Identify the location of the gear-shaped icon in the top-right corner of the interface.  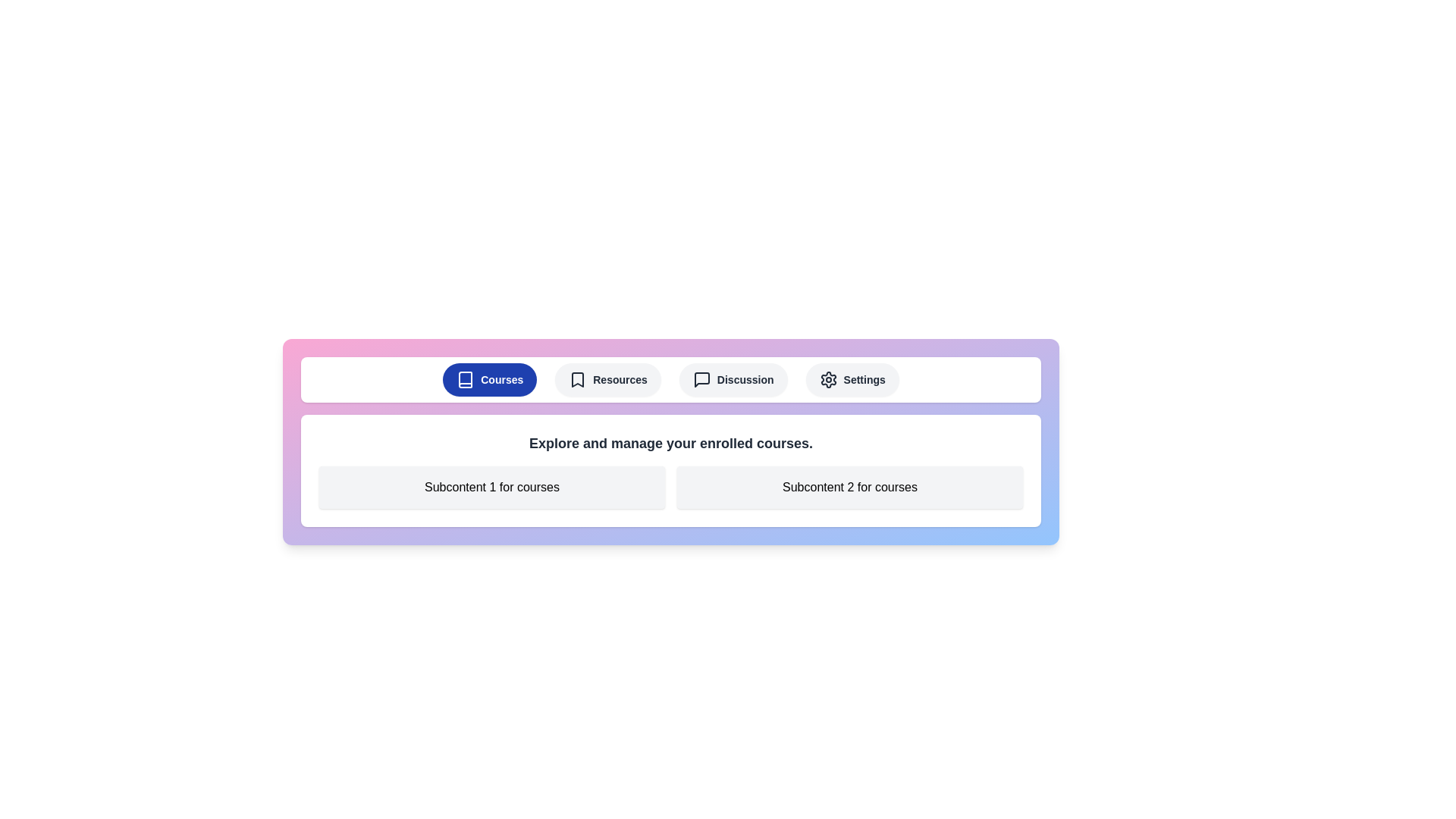
(827, 379).